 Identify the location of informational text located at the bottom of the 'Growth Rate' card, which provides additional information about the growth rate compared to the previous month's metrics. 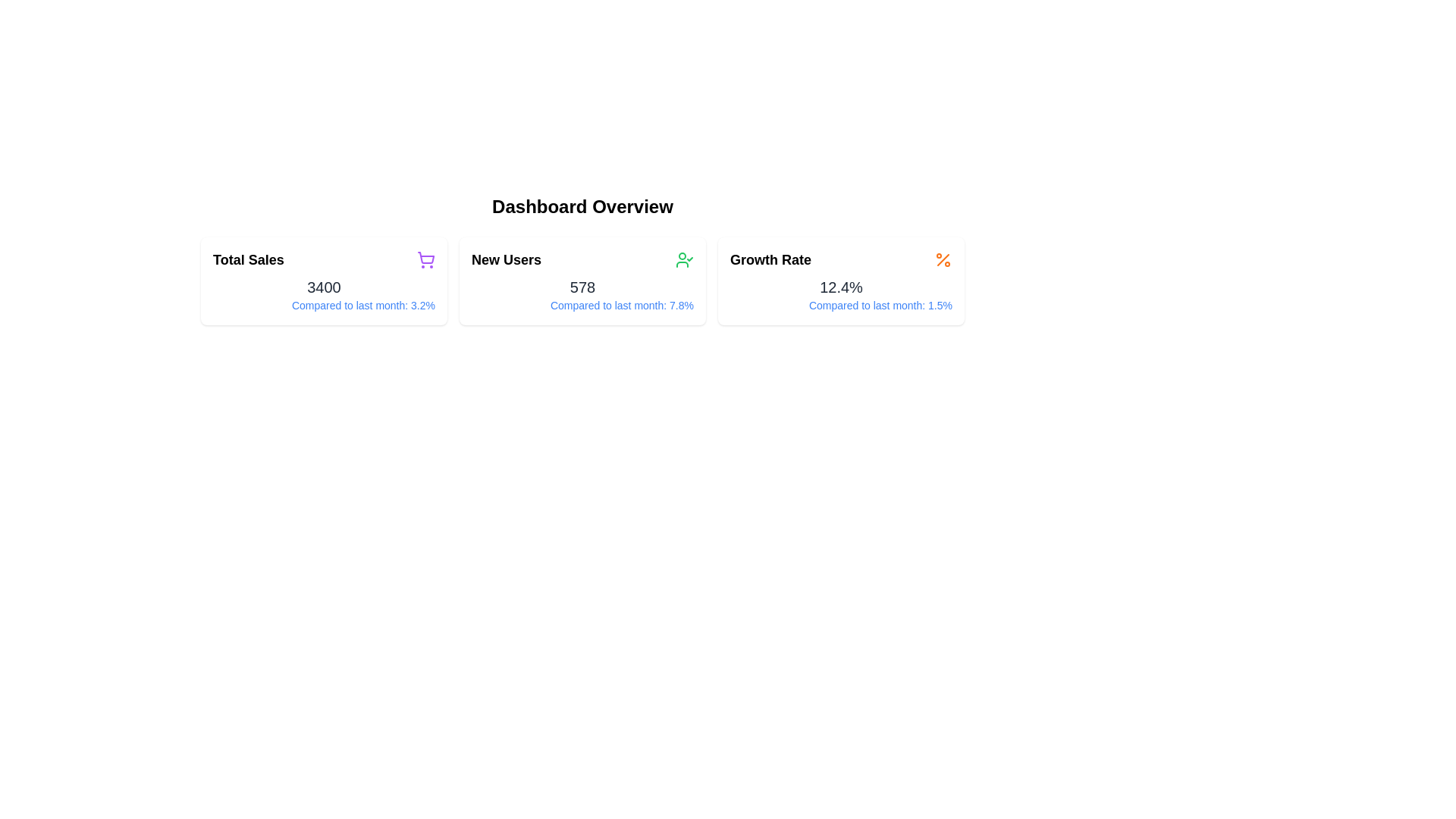
(840, 305).